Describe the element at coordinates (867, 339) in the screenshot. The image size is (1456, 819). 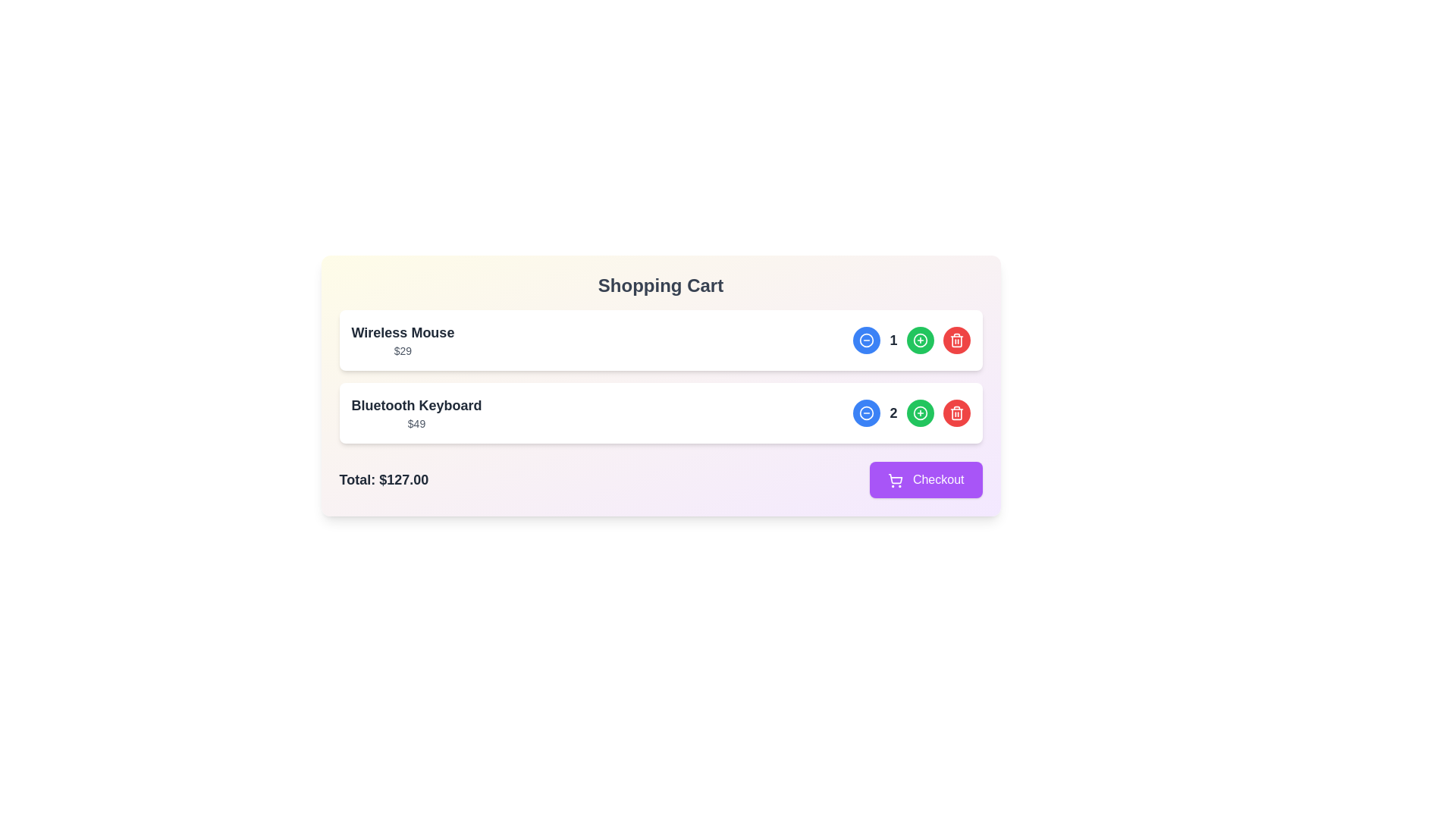
I see `the first circular button to decrease the quantity of the Wireless Mouse in the shopping cart to trigger a visual change` at that location.